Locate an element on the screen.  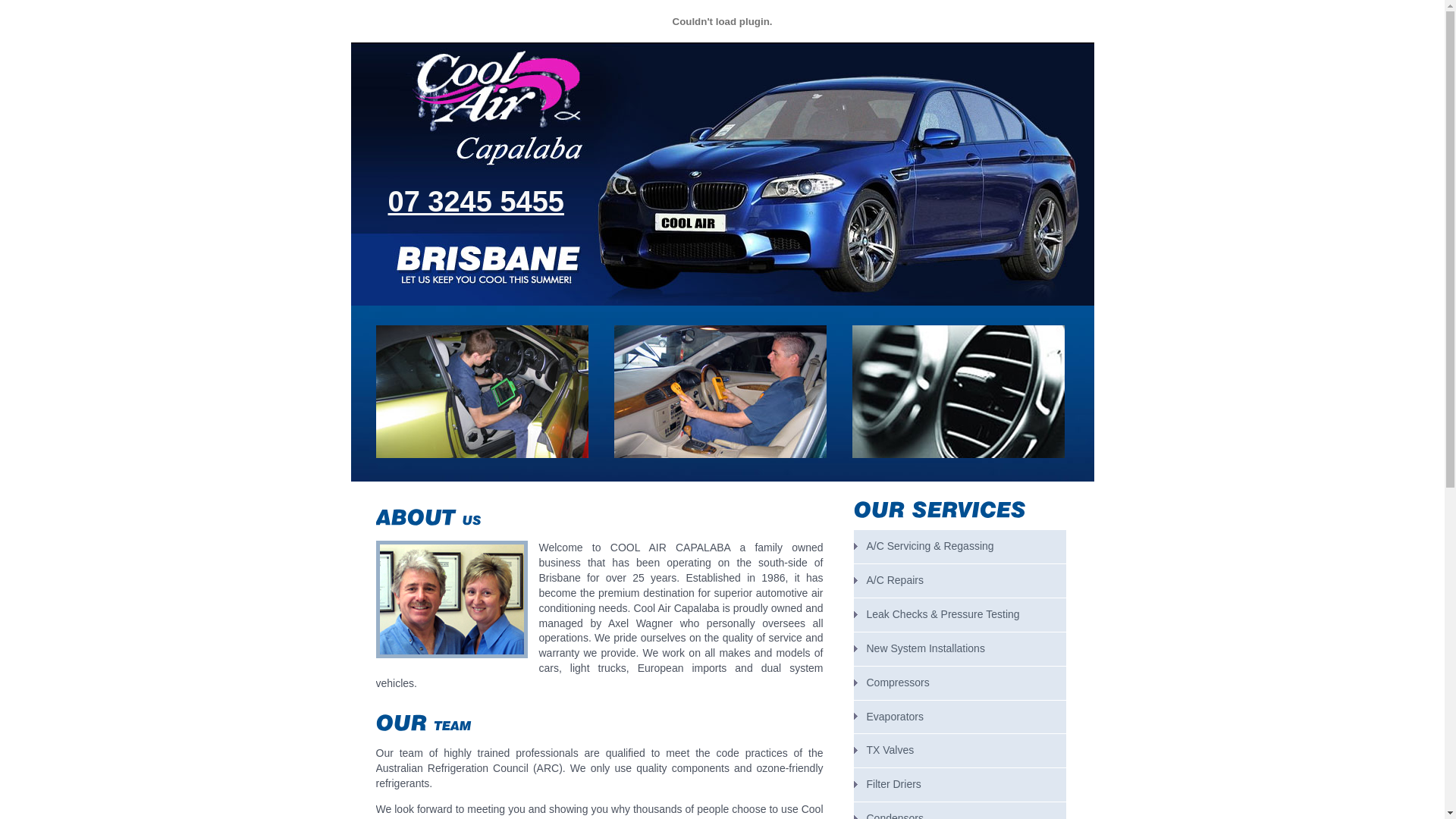
'TX Valves' is located at coordinates (959, 751).